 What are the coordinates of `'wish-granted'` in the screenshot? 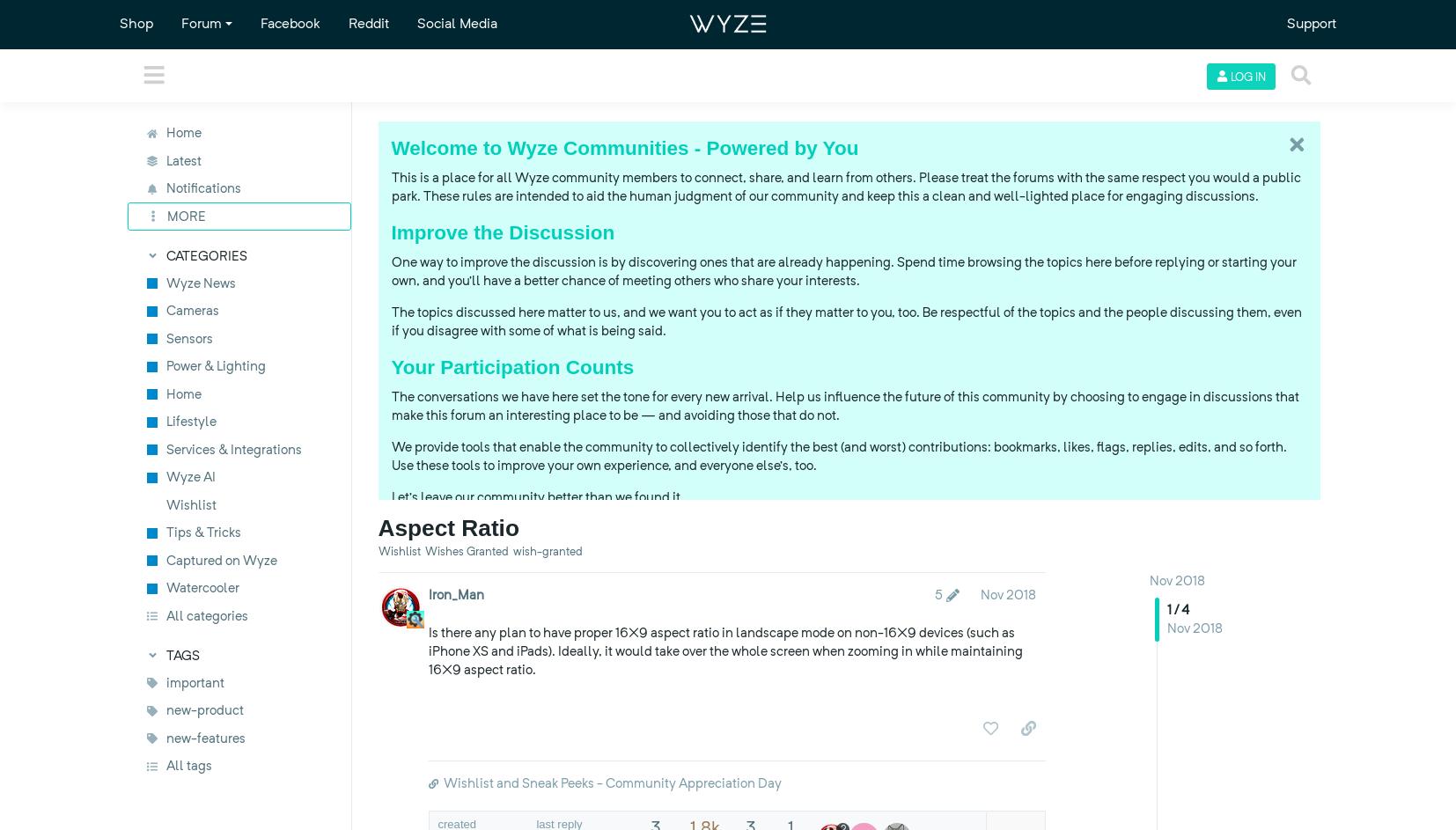 It's located at (547, 549).